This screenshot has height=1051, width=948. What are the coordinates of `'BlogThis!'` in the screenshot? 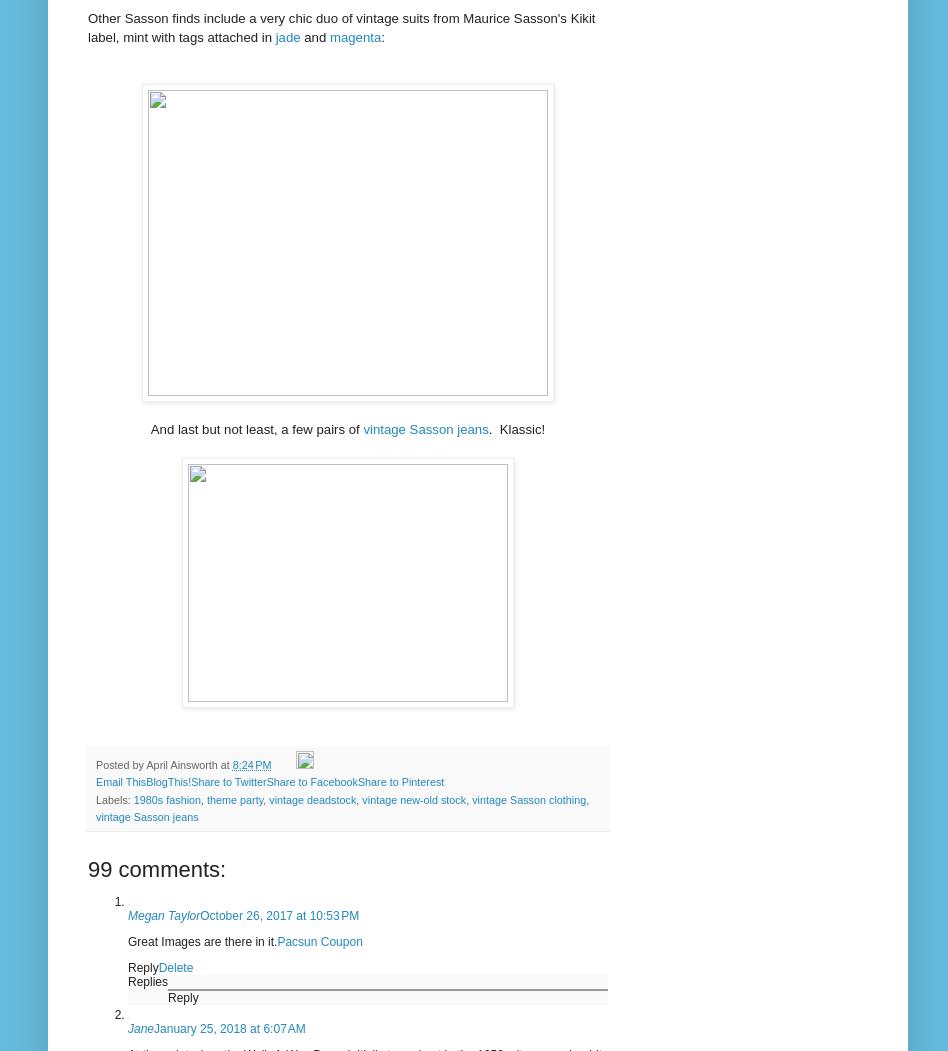 It's located at (144, 781).